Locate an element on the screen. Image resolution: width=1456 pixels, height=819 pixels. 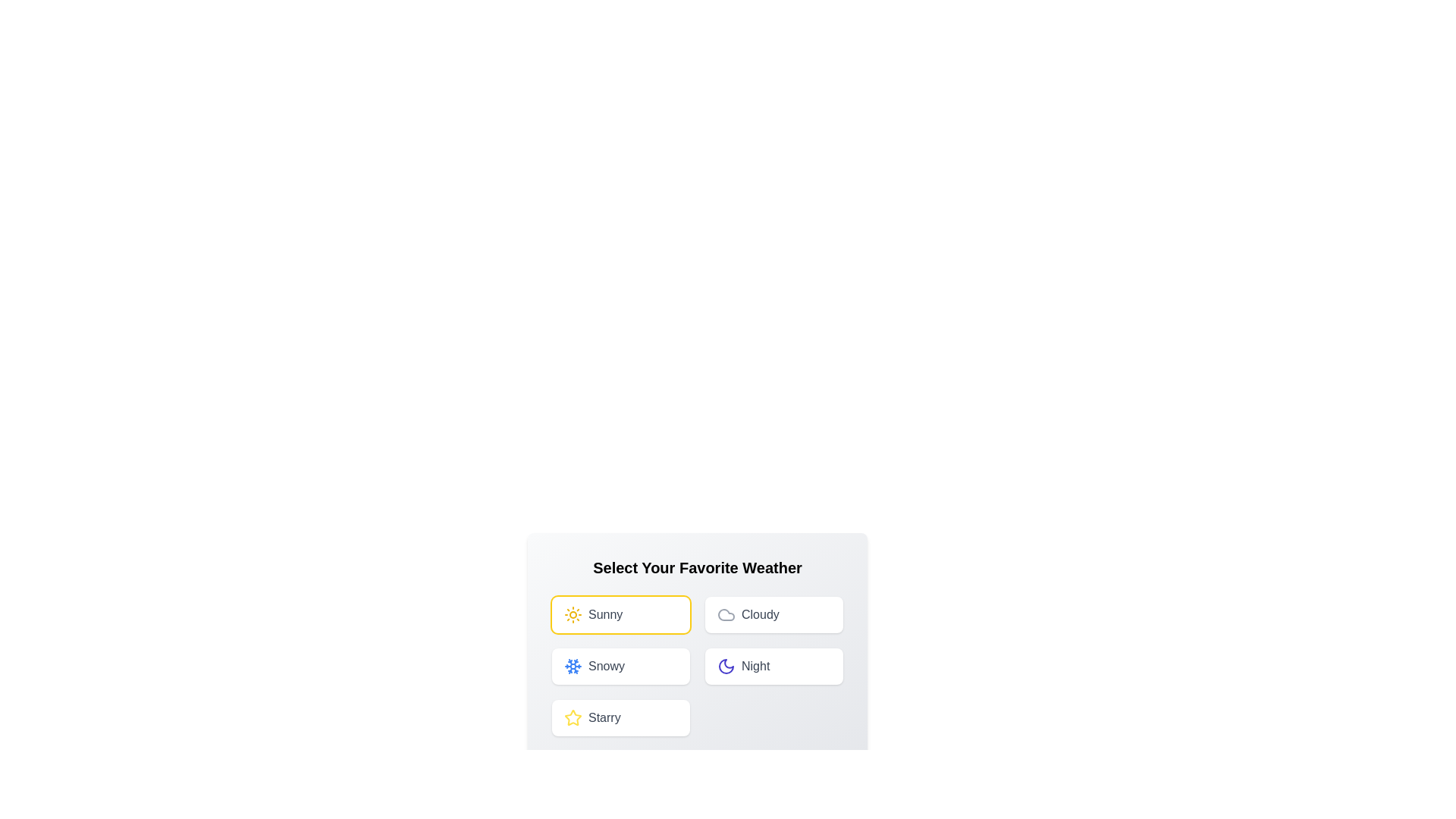
text from the 'Snowy' weather choice label, which is styled with a medium-sized gray font and located in the second column of the first row of weather options is located at coordinates (607, 666).